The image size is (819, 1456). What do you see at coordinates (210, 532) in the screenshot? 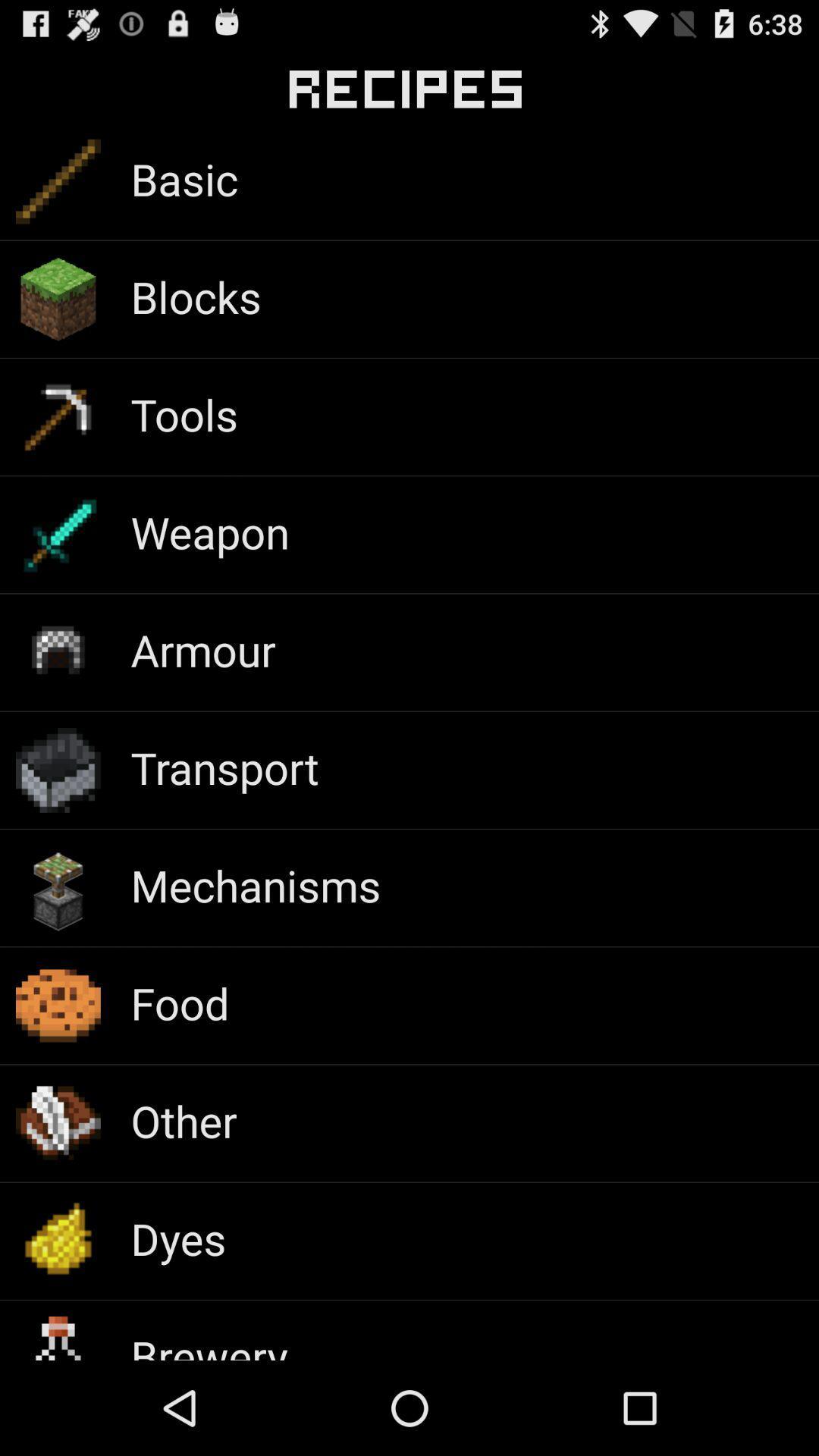
I see `weapon app` at bounding box center [210, 532].